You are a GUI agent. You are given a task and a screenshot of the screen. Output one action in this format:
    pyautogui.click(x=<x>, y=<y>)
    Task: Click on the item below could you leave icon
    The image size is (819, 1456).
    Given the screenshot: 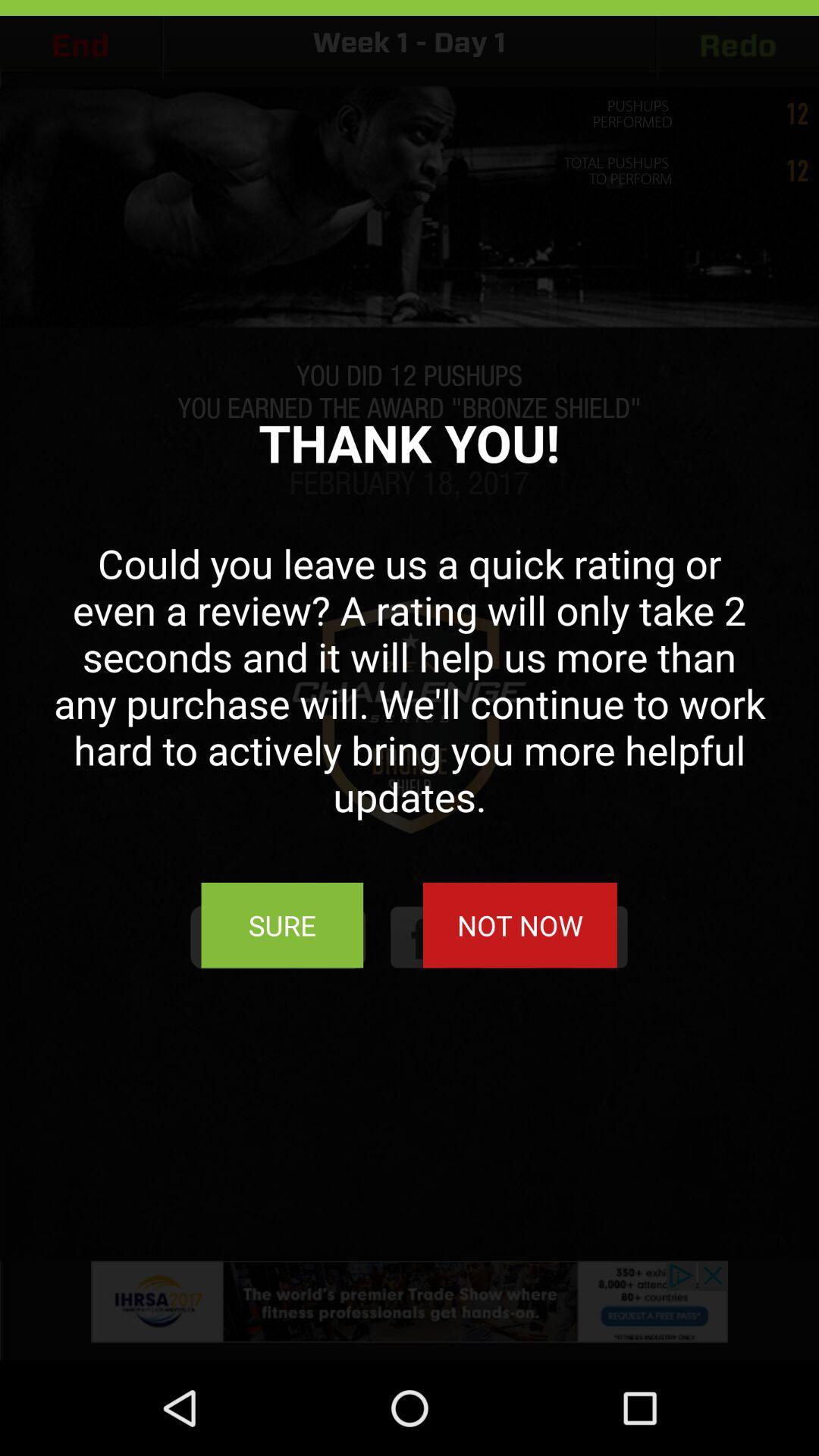 What is the action you would take?
    pyautogui.click(x=282, y=924)
    